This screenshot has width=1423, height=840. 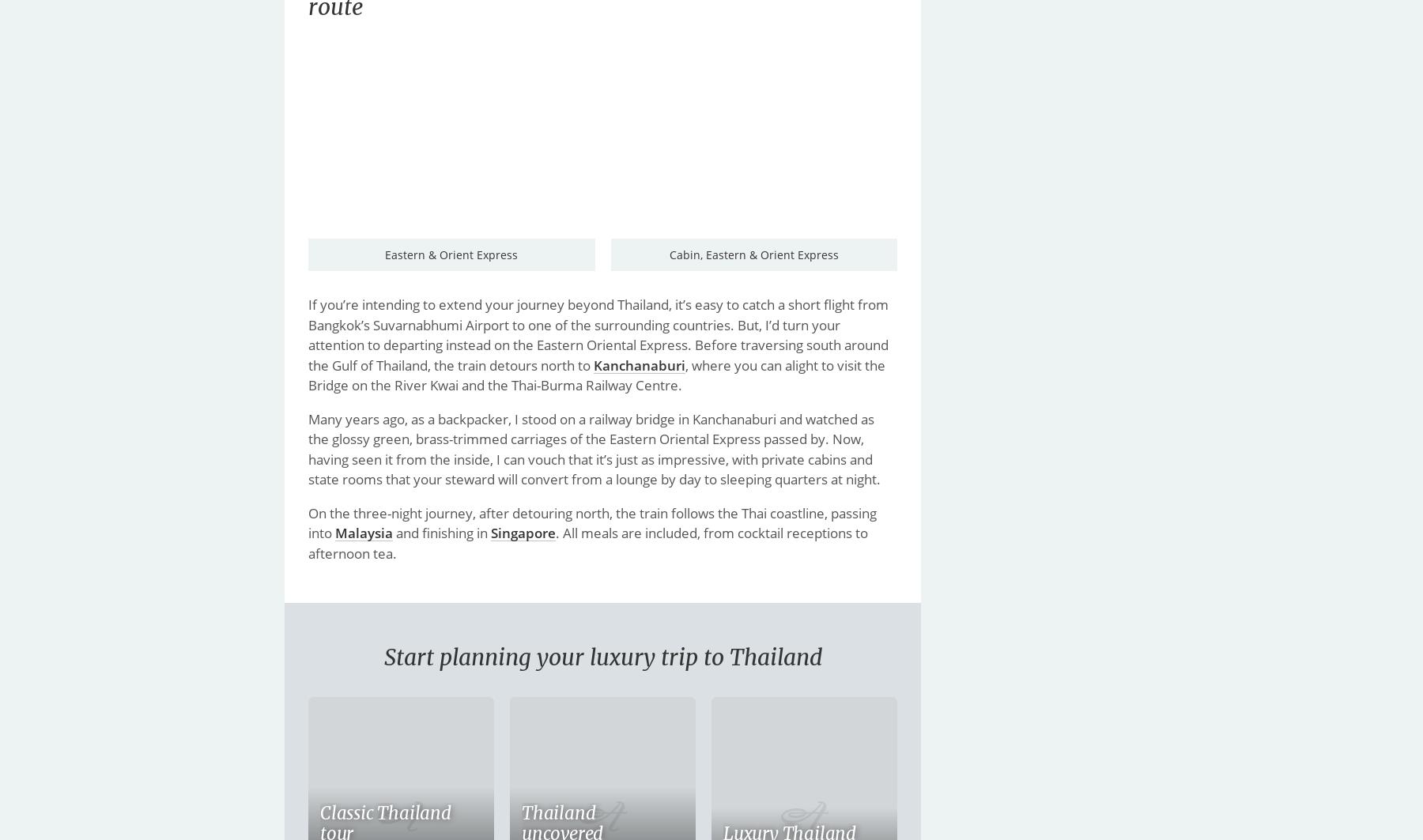 What do you see at coordinates (601, 657) in the screenshot?
I see `'Start planning your luxury trip to Thailand'` at bounding box center [601, 657].